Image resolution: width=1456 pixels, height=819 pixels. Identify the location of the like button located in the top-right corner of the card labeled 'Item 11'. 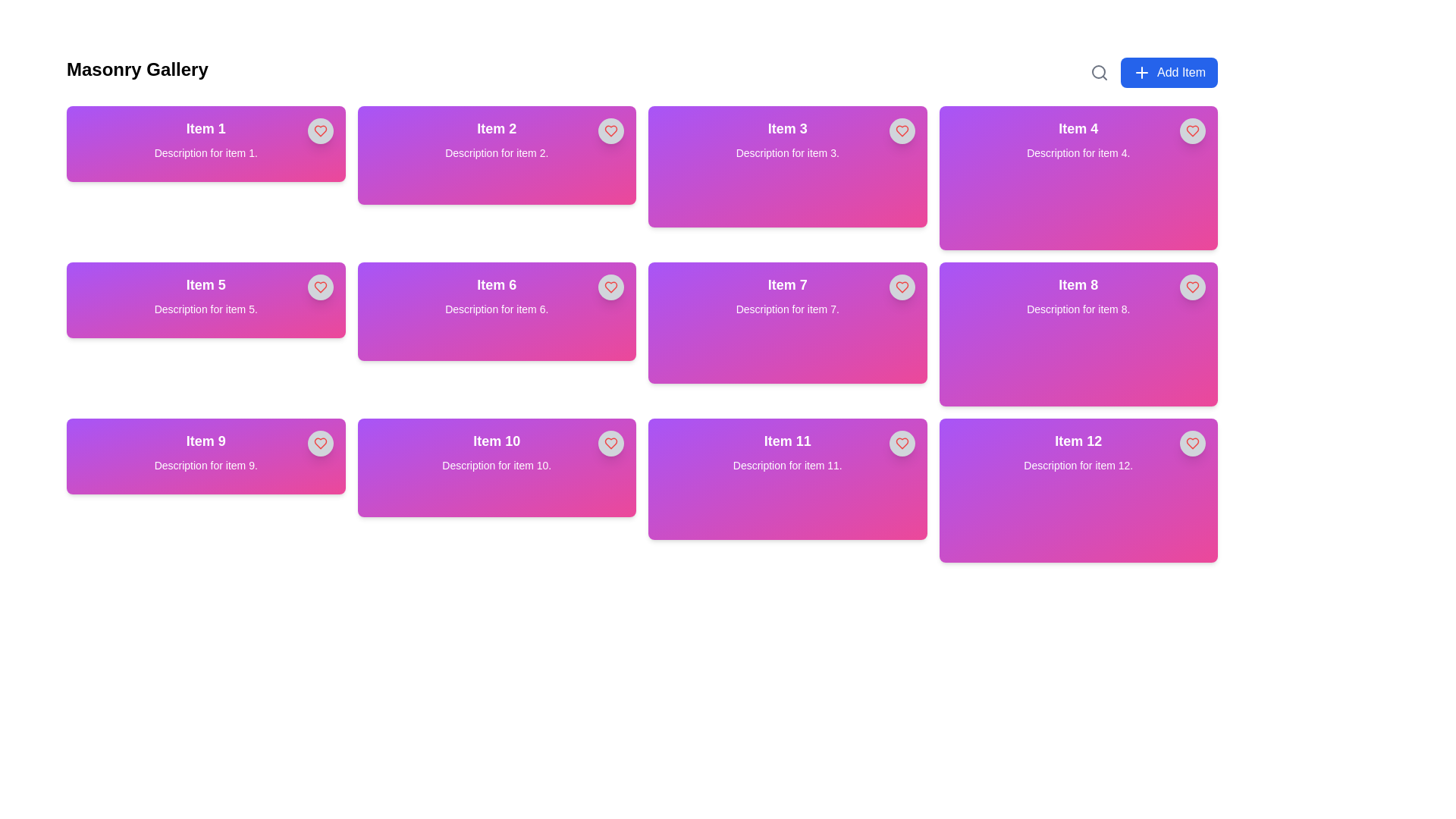
(902, 444).